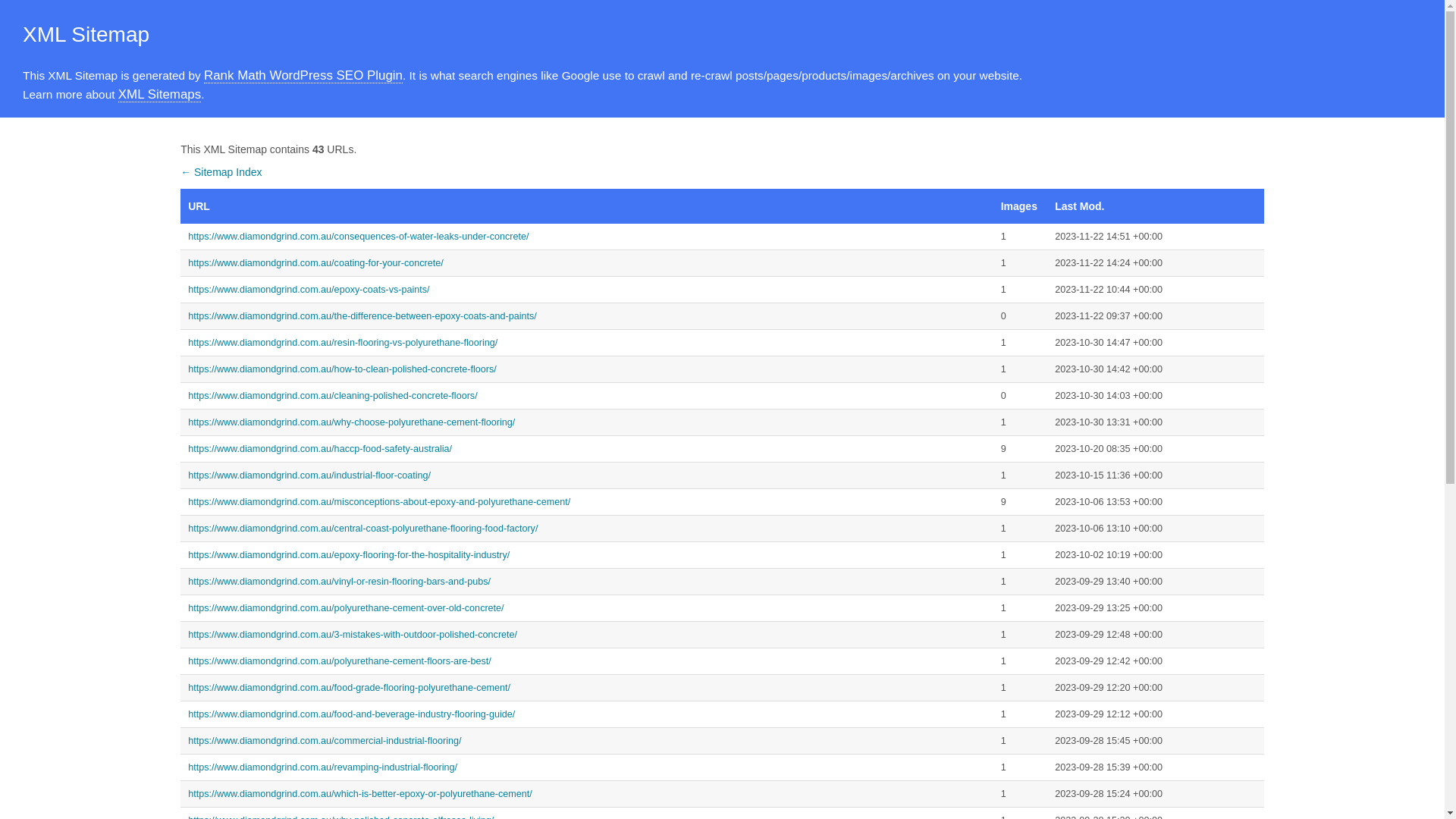 The height and width of the screenshot is (819, 1456). I want to click on 'XML Sitemaps', so click(118, 94).